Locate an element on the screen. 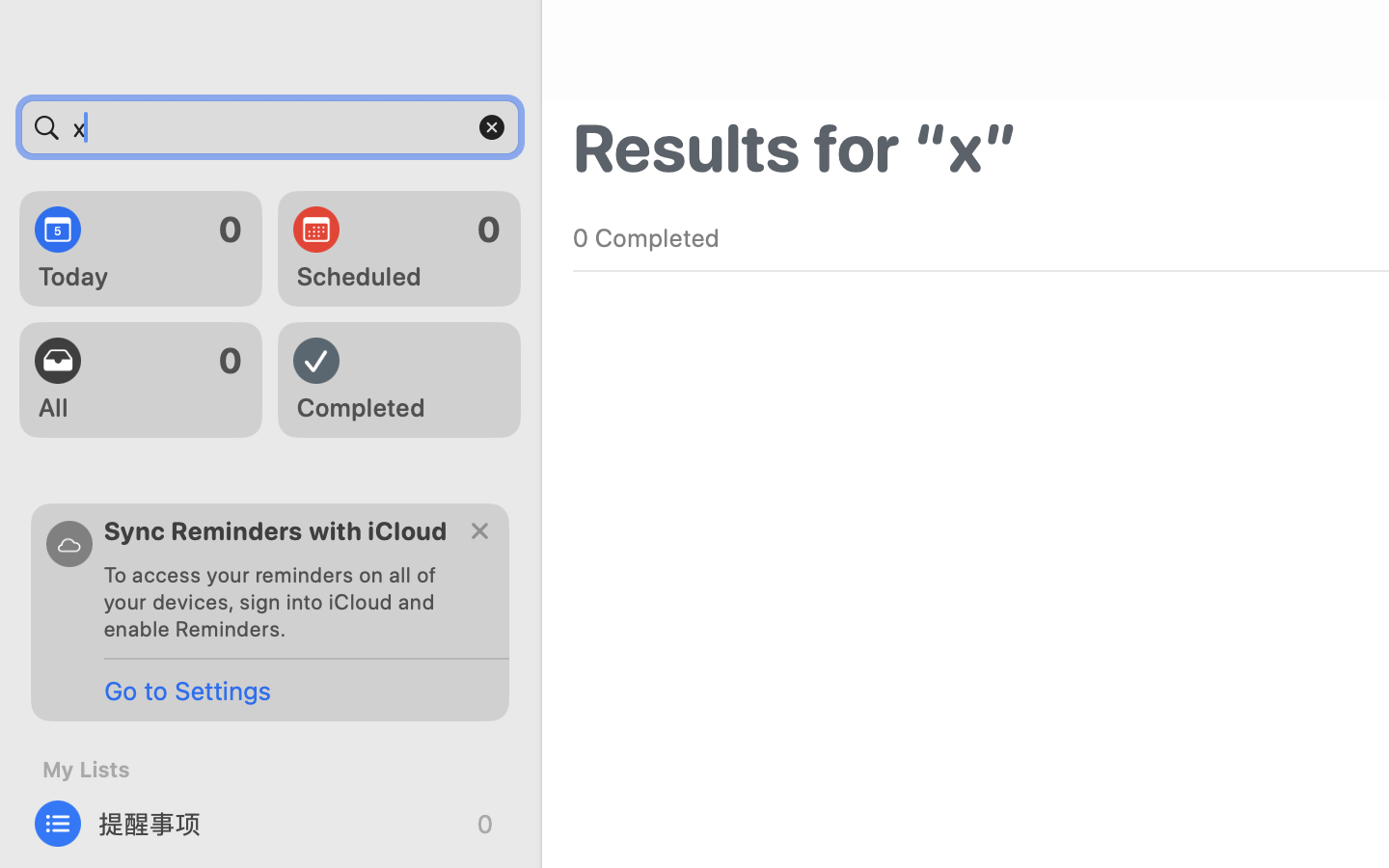 The image size is (1389, 868). '提醒事项' is located at coordinates (269, 824).